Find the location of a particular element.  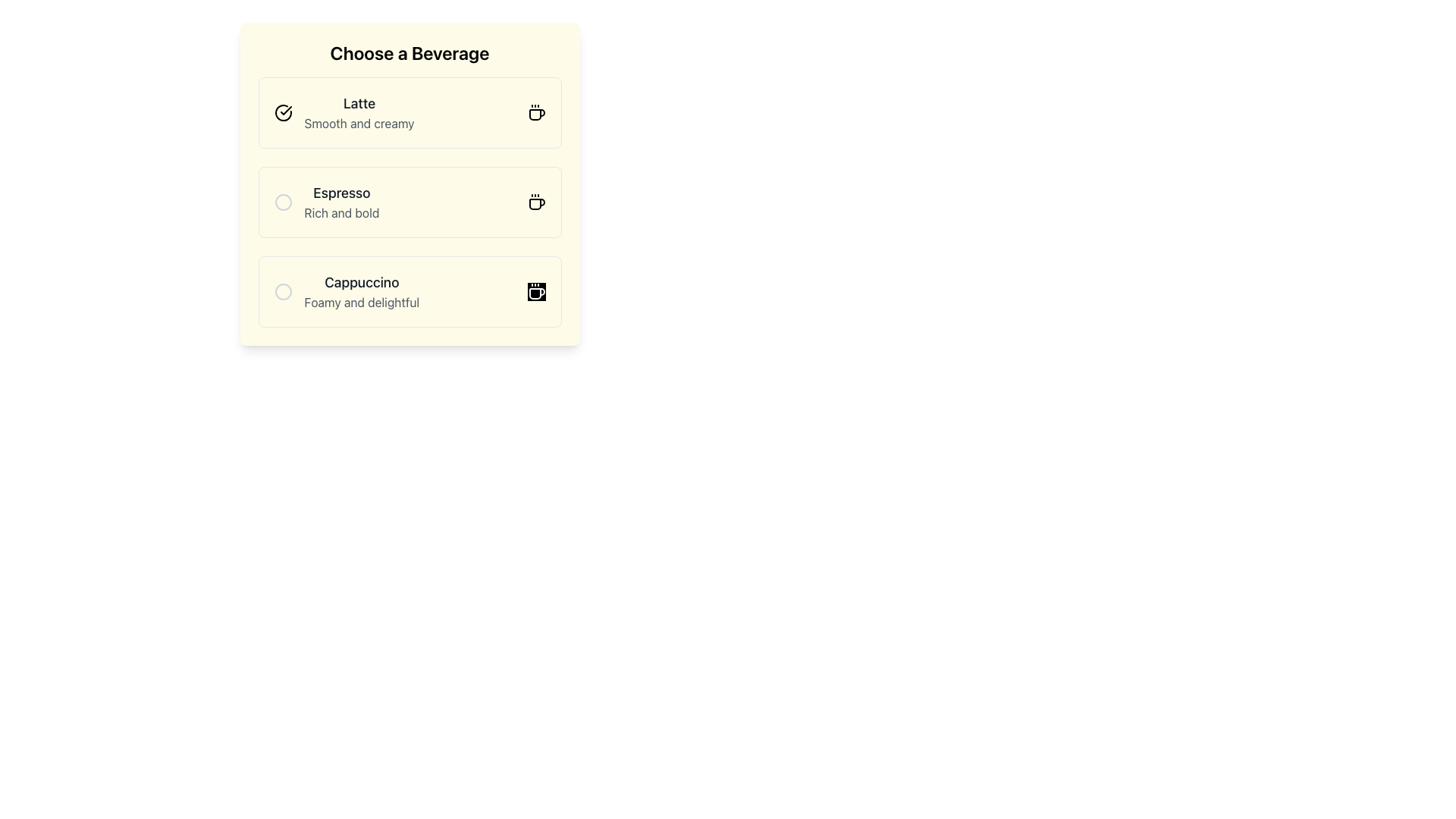

text of the first beverage option in the list titled 'Choose a Beverage', which includes its name and a brief description is located at coordinates (359, 112).